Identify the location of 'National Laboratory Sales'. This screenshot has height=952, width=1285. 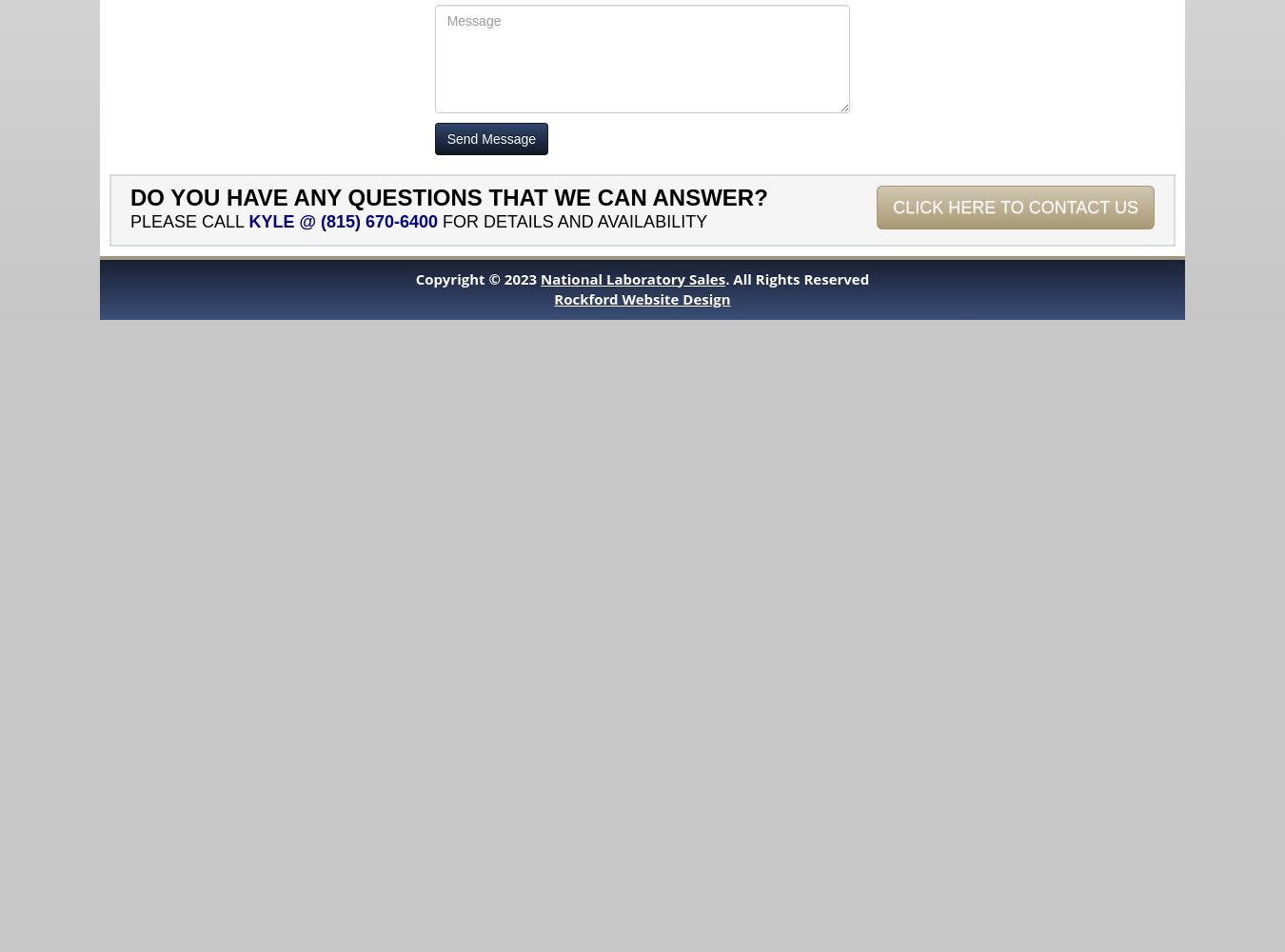
(633, 278).